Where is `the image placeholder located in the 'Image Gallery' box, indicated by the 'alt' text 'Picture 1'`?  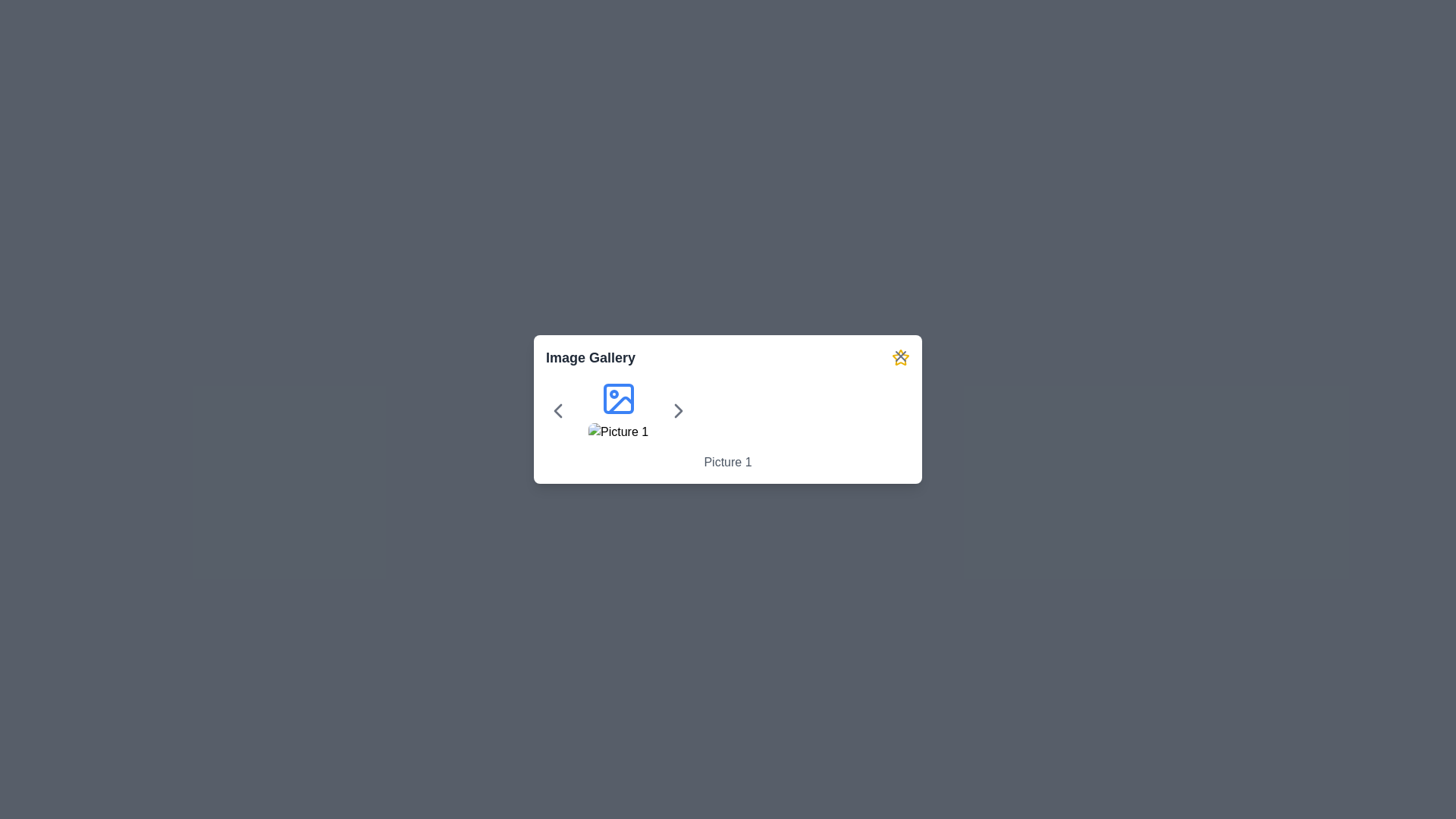
the image placeholder located in the 'Image Gallery' box, indicated by the 'alt' text 'Picture 1' is located at coordinates (618, 432).